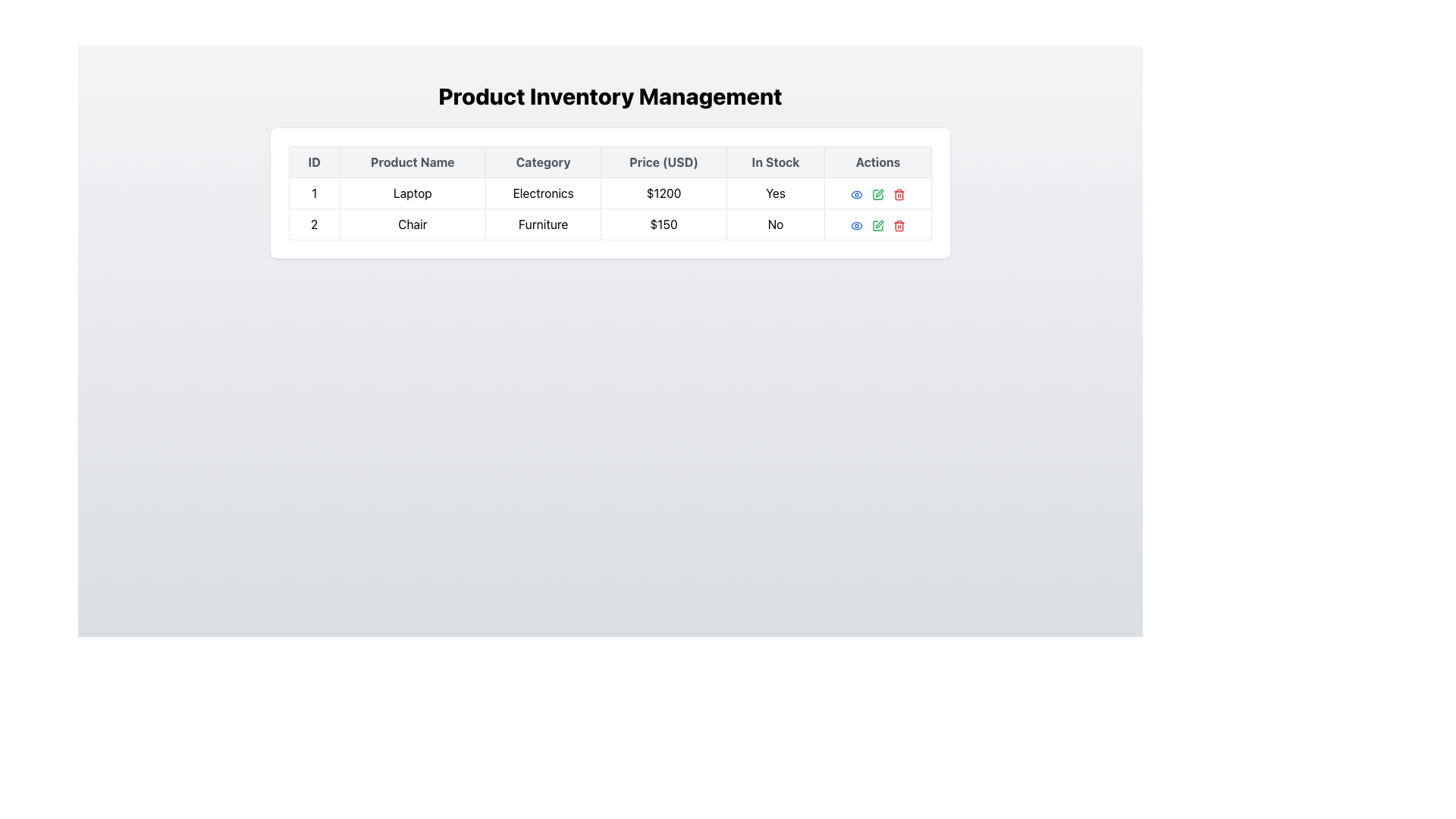 The image size is (1456, 819). I want to click on the green pen icon button in the 'Actions' column of the second row, so click(877, 225).